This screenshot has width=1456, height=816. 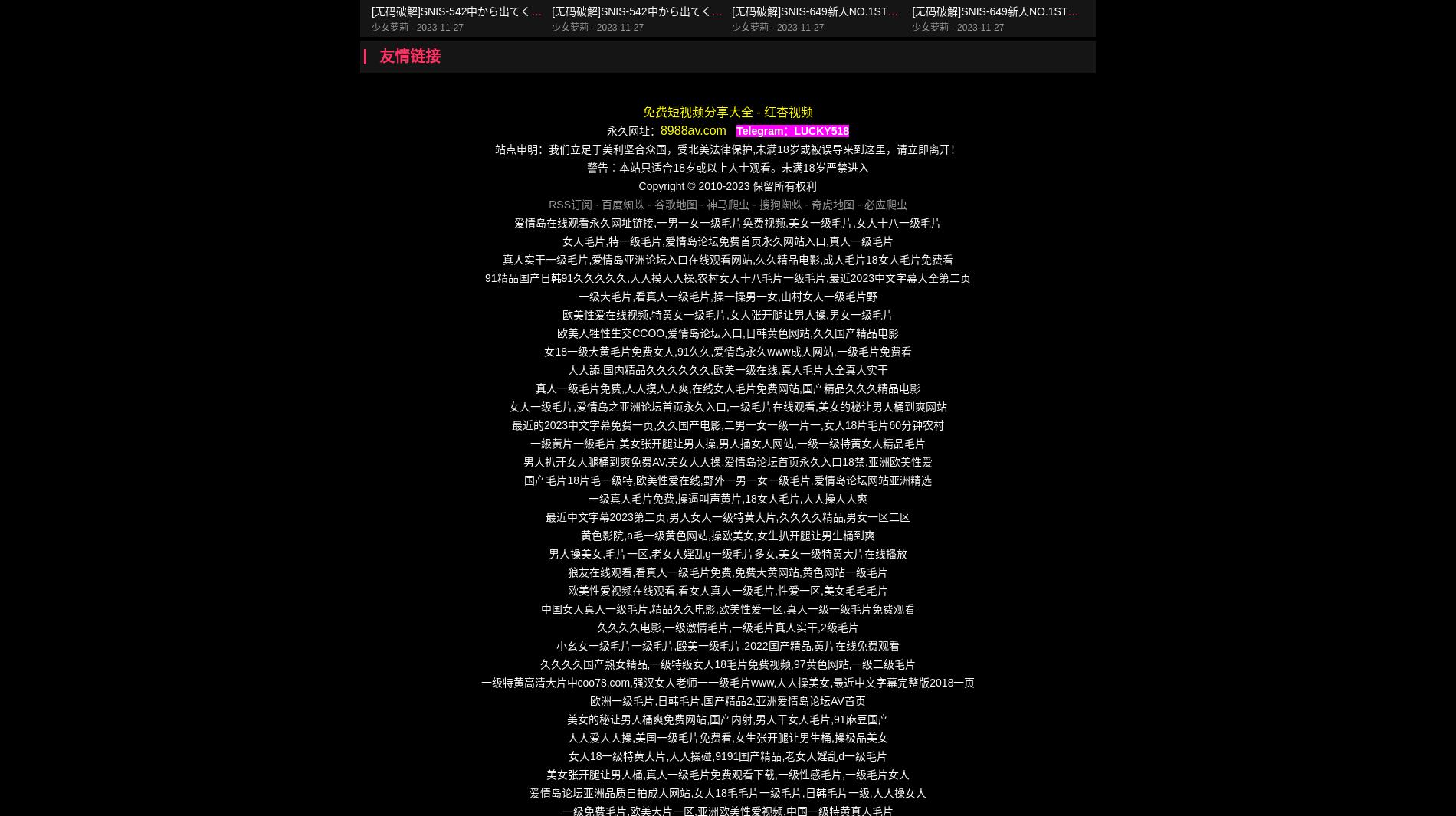 I want to click on '国产毛片18片毛一级特,欧美性爱在线,野外一男一女一级毛片,爱情岛论坛网站亚洲精选', so click(x=726, y=480).